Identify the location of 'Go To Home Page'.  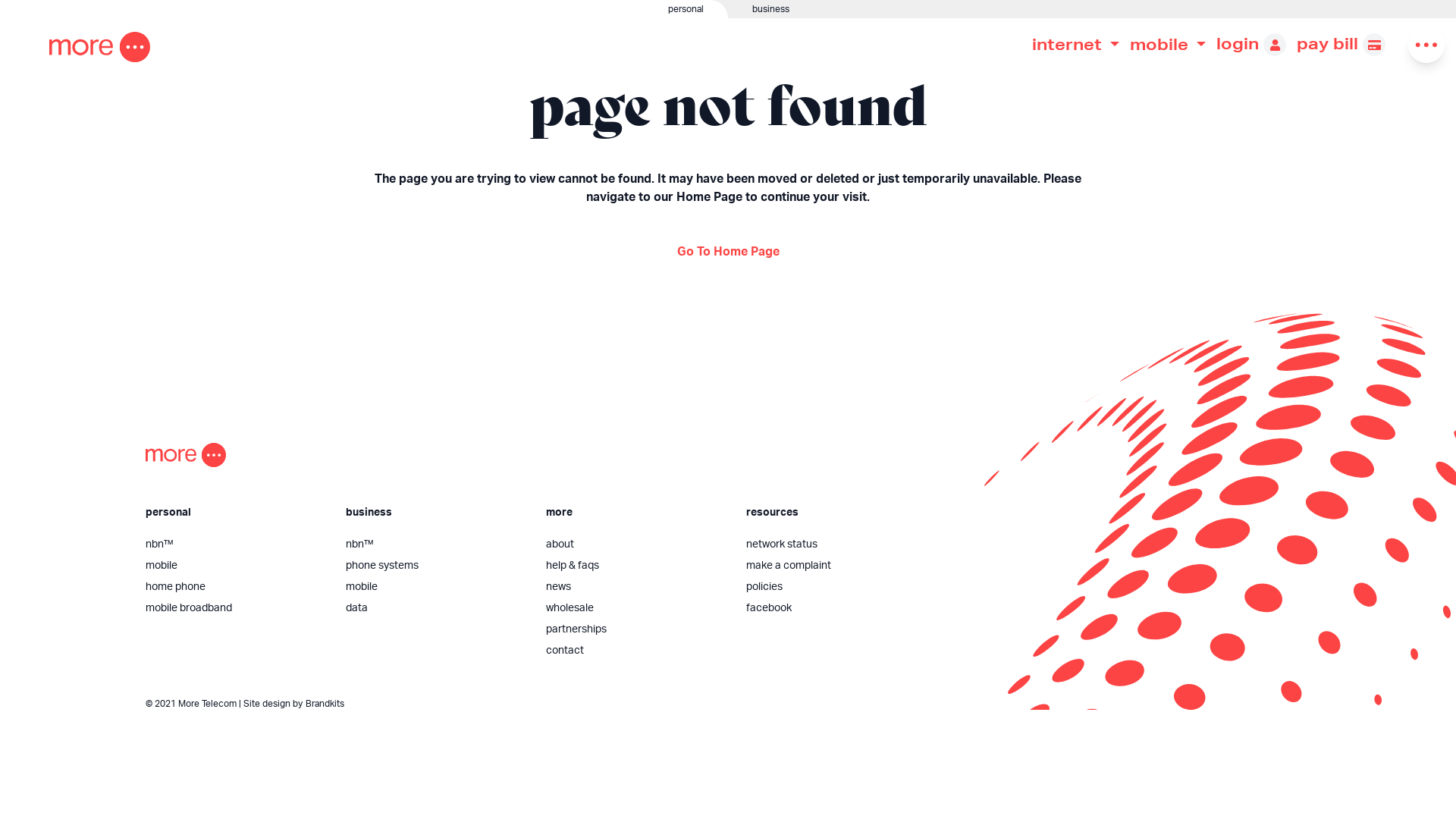
(726, 250).